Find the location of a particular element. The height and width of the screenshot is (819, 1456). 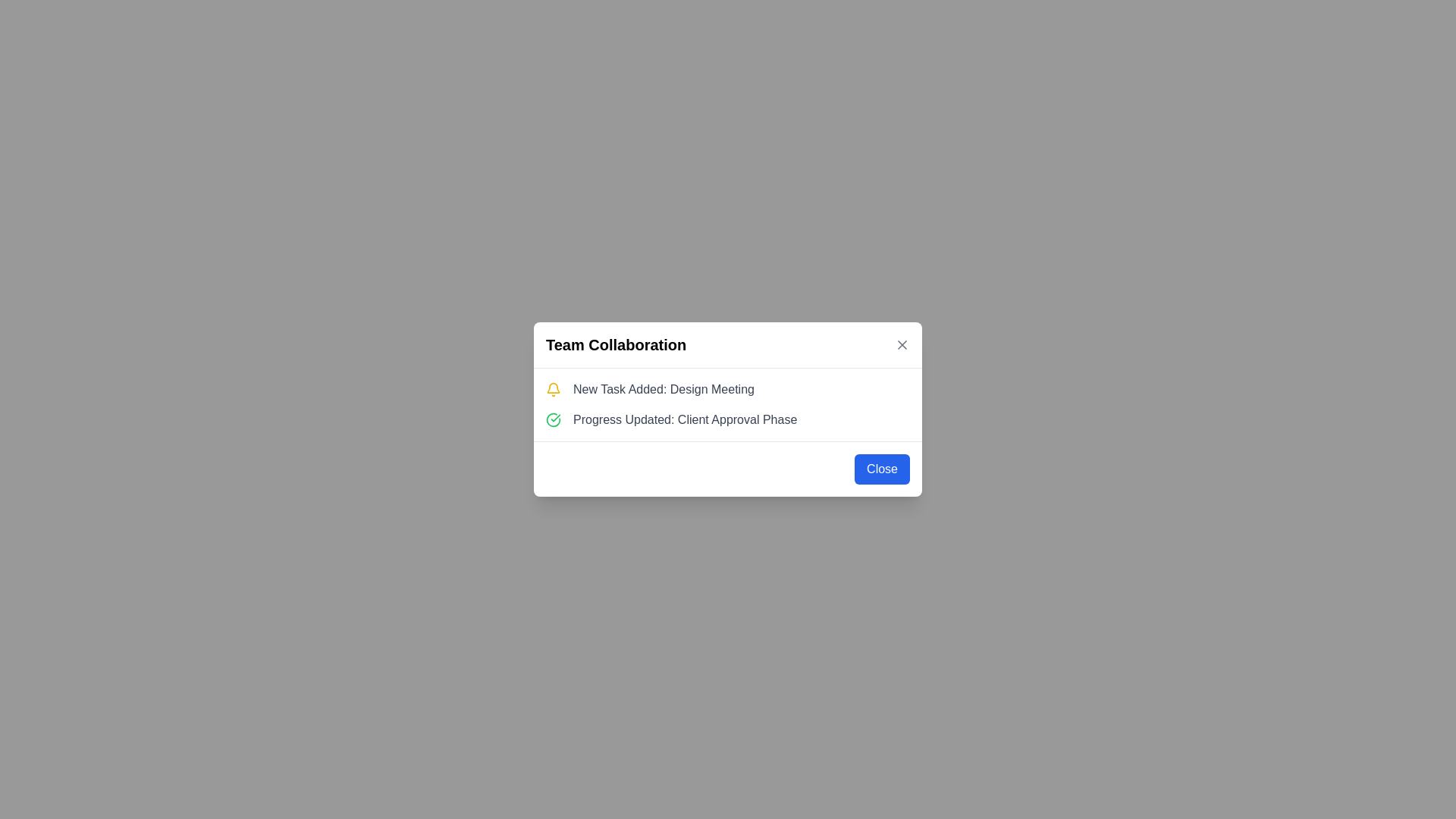

the close button located in the top-right corner of the dialog box is located at coordinates (902, 345).